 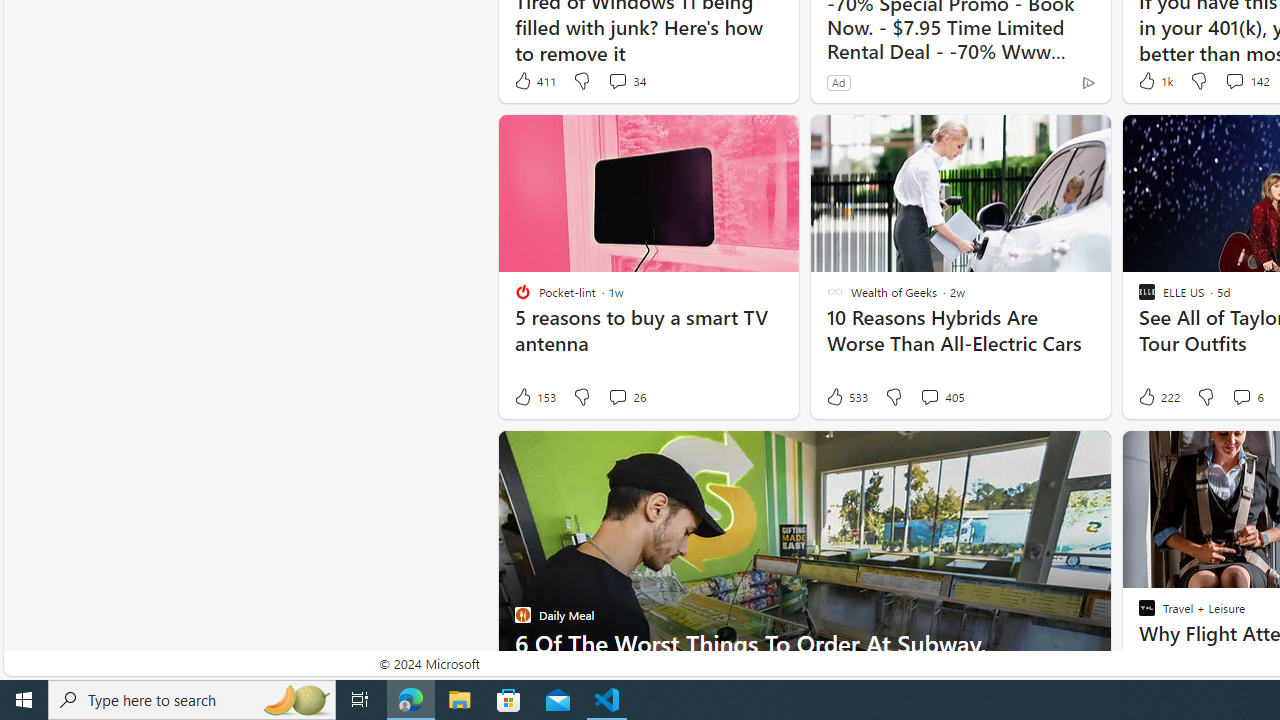 What do you see at coordinates (1154, 80) in the screenshot?
I see `'1k Like'` at bounding box center [1154, 80].